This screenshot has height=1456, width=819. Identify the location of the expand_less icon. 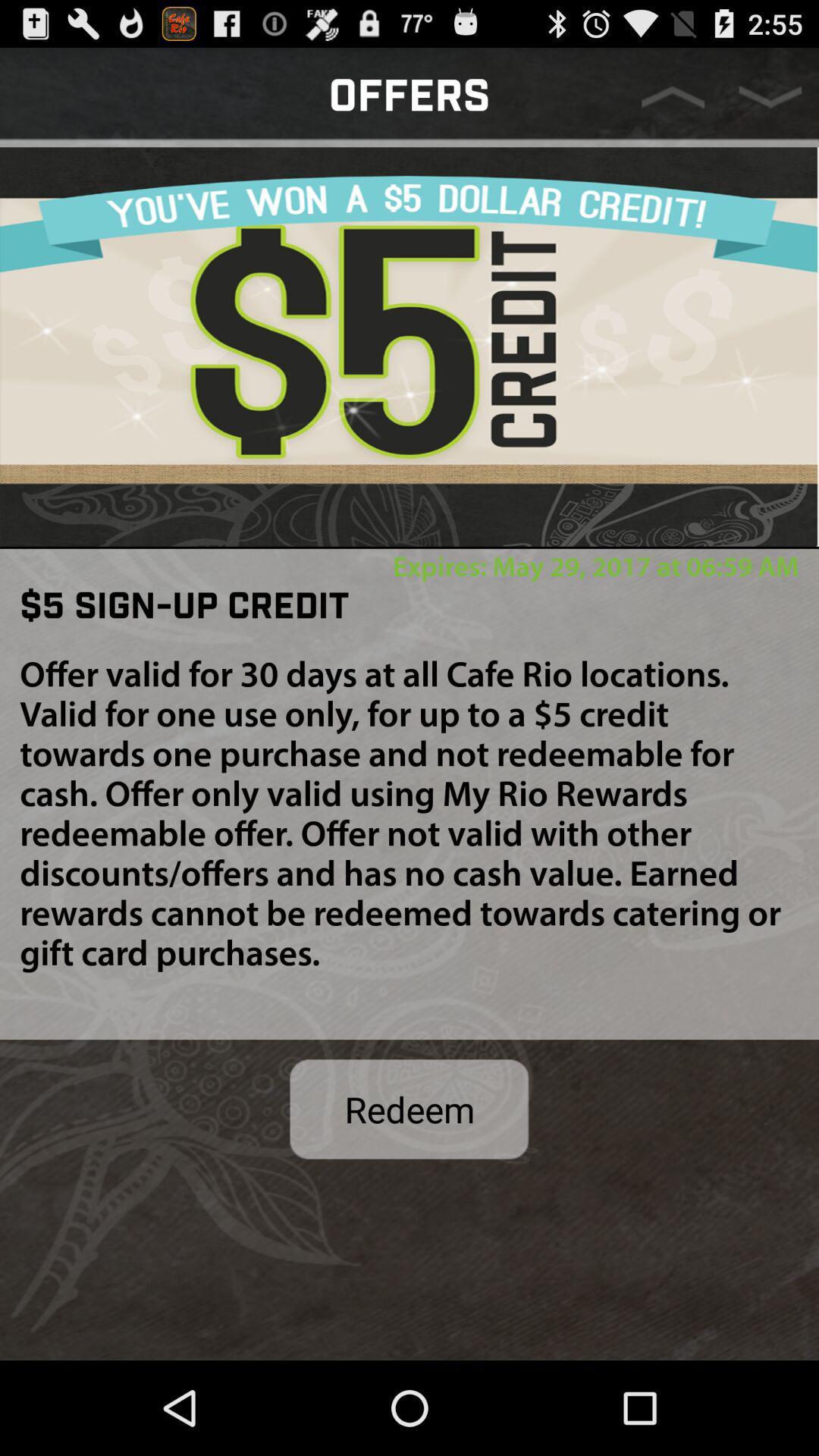
(672, 103).